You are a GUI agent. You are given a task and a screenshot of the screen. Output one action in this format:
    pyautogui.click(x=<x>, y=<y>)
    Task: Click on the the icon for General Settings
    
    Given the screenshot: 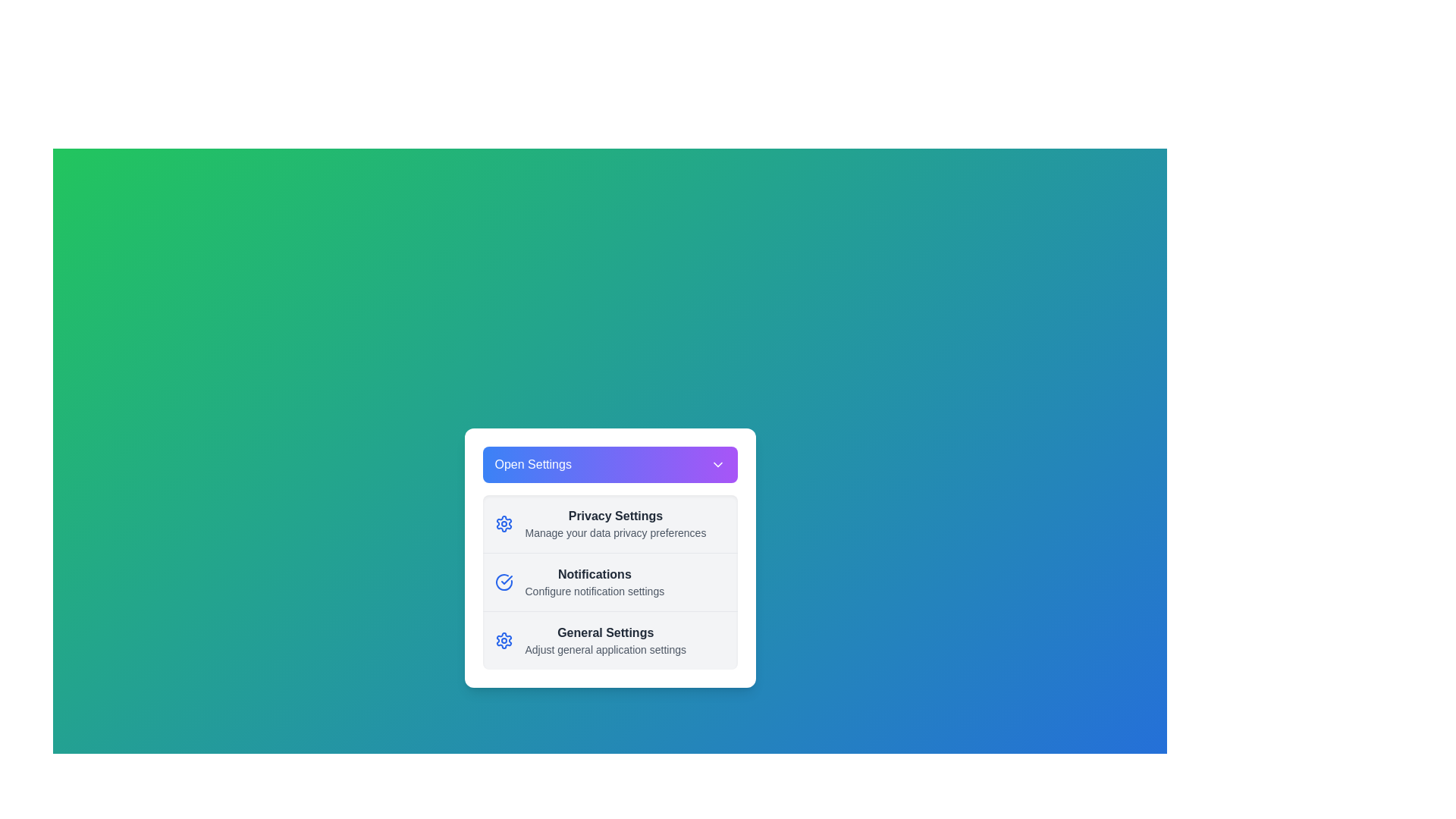 What is the action you would take?
    pyautogui.click(x=504, y=640)
    